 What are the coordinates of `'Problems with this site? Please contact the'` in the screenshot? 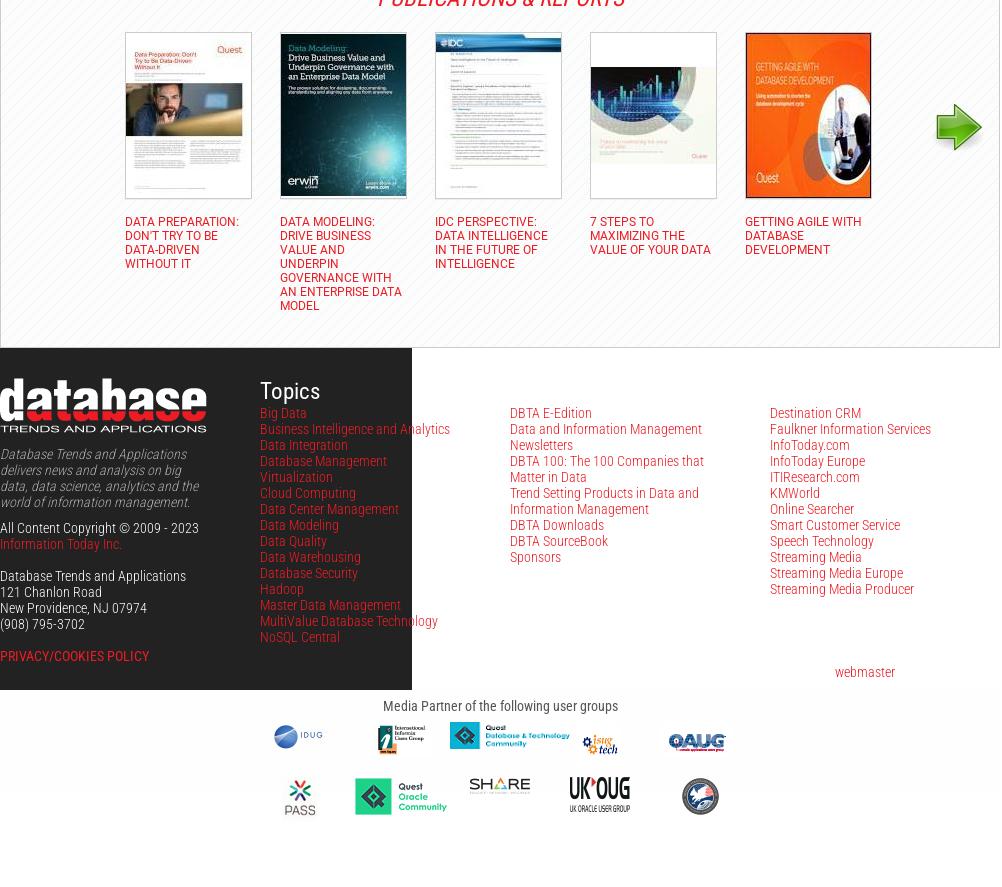 It's located at (598, 670).